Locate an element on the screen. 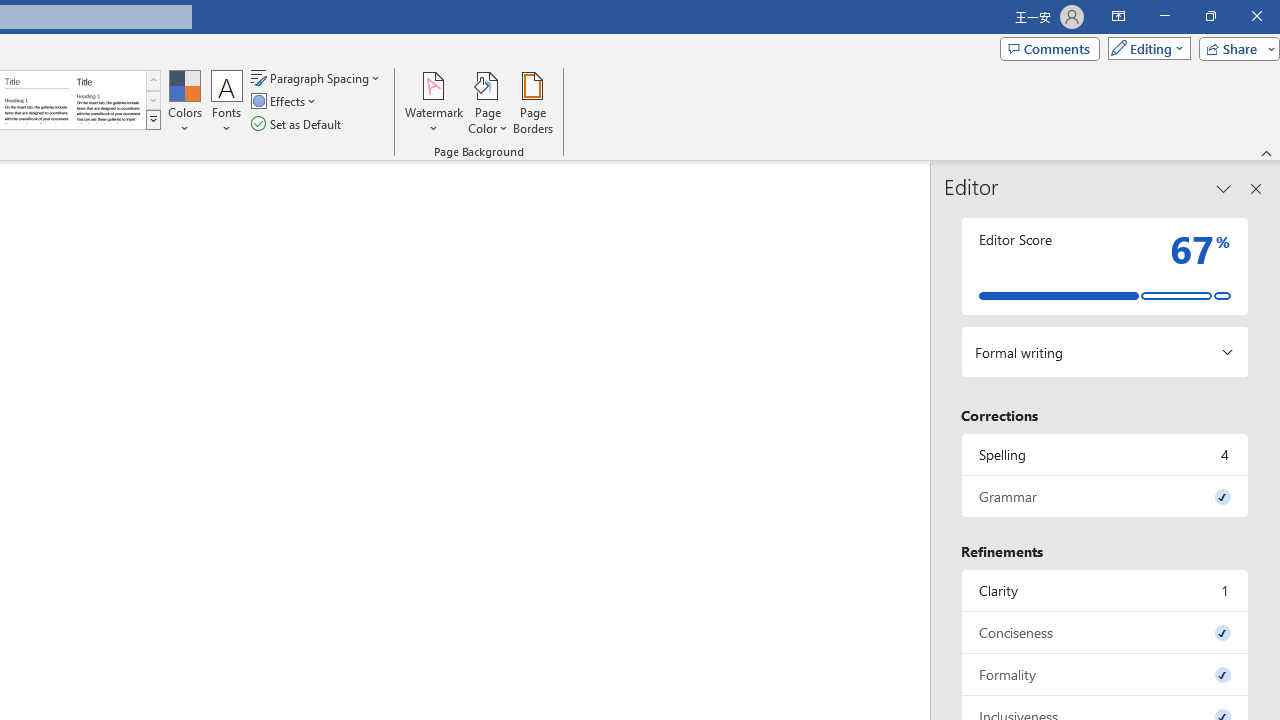  'Row up' is located at coordinates (152, 79).